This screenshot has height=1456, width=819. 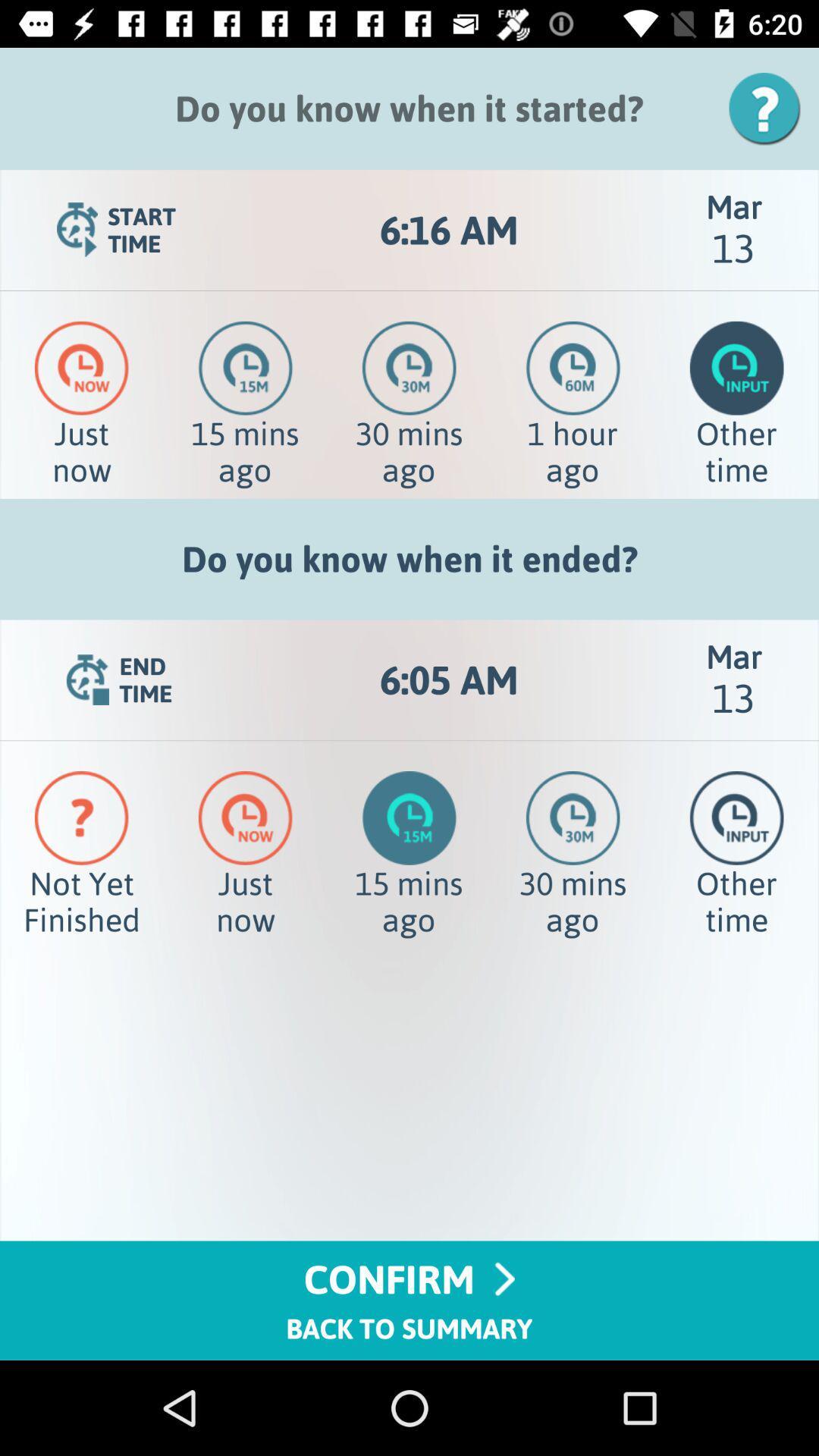 What do you see at coordinates (736, 817) in the screenshot?
I see `the time icon` at bounding box center [736, 817].